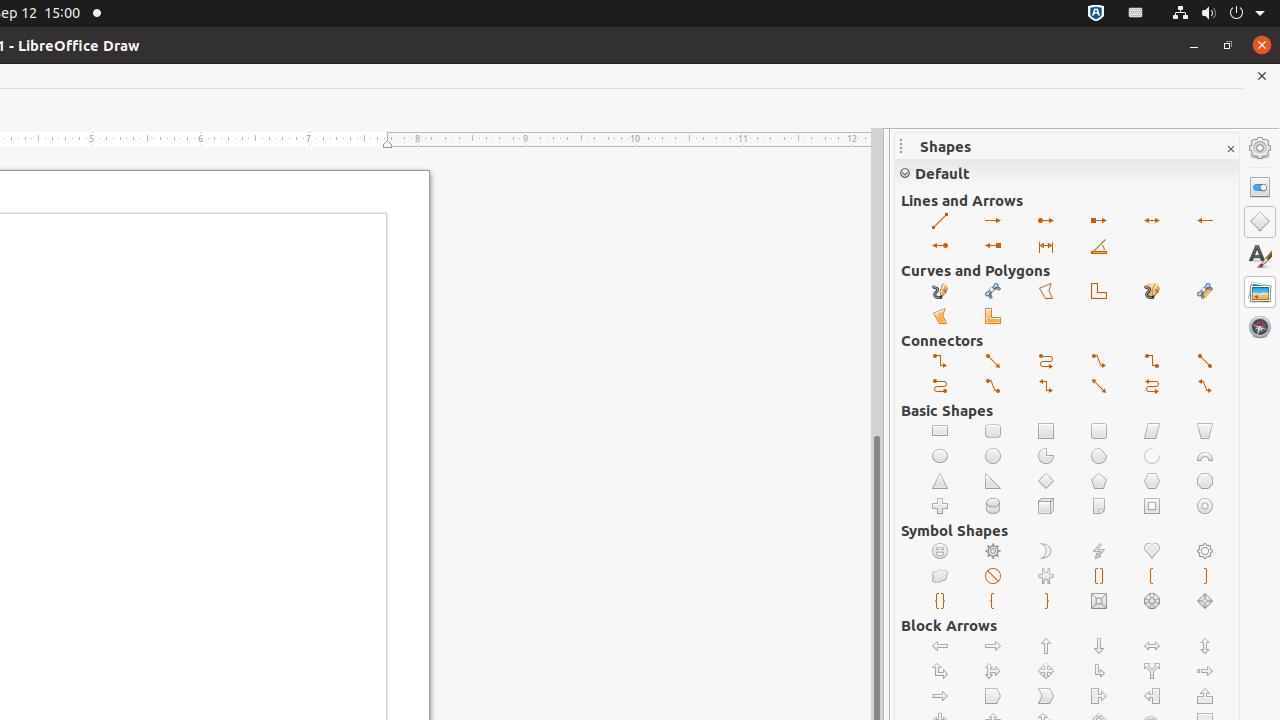  Describe the element at coordinates (1204, 505) in the screenshot. I see `'Ring'` at that location.